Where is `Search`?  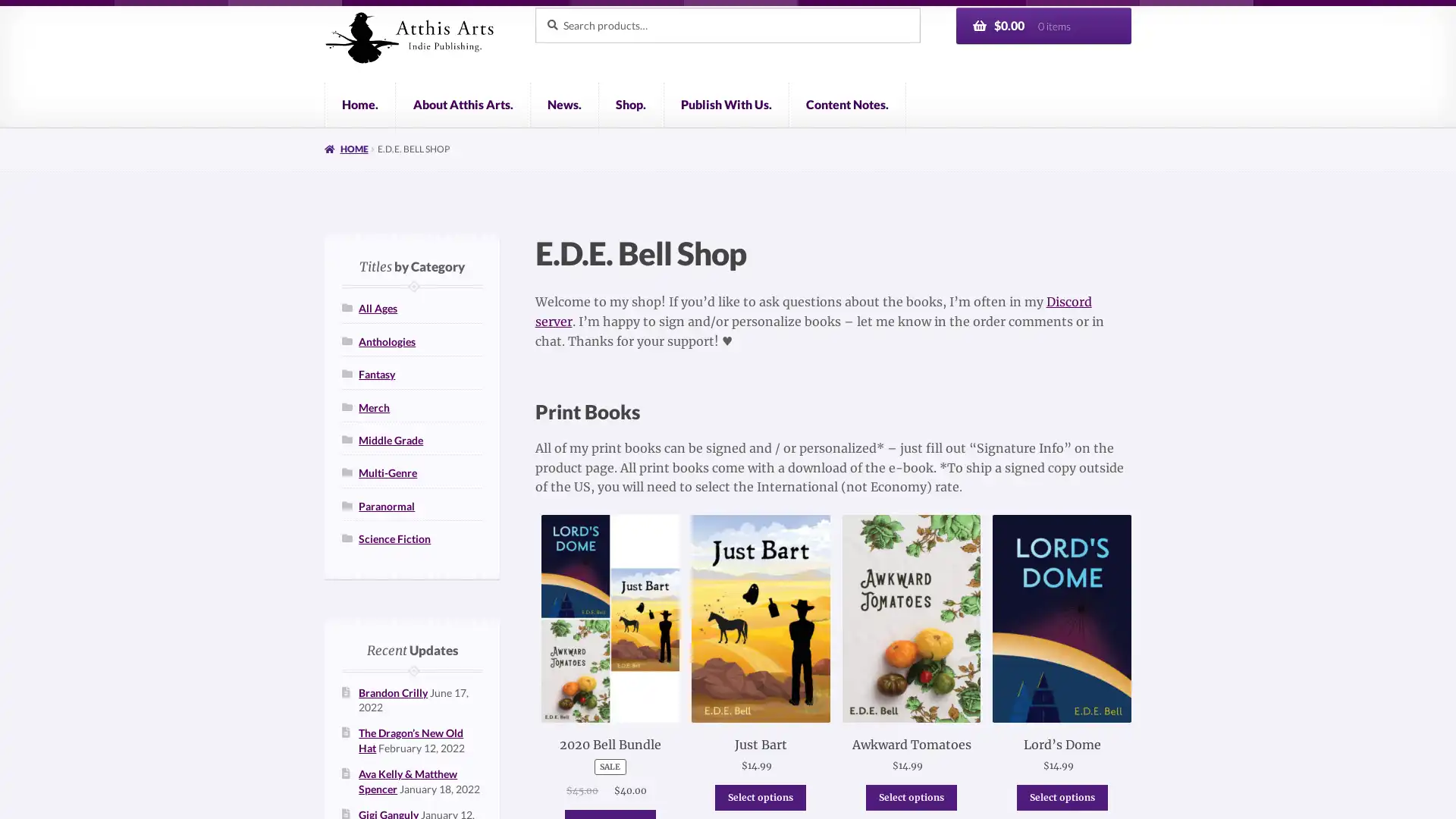 Search is located at coordinates (534, 6).